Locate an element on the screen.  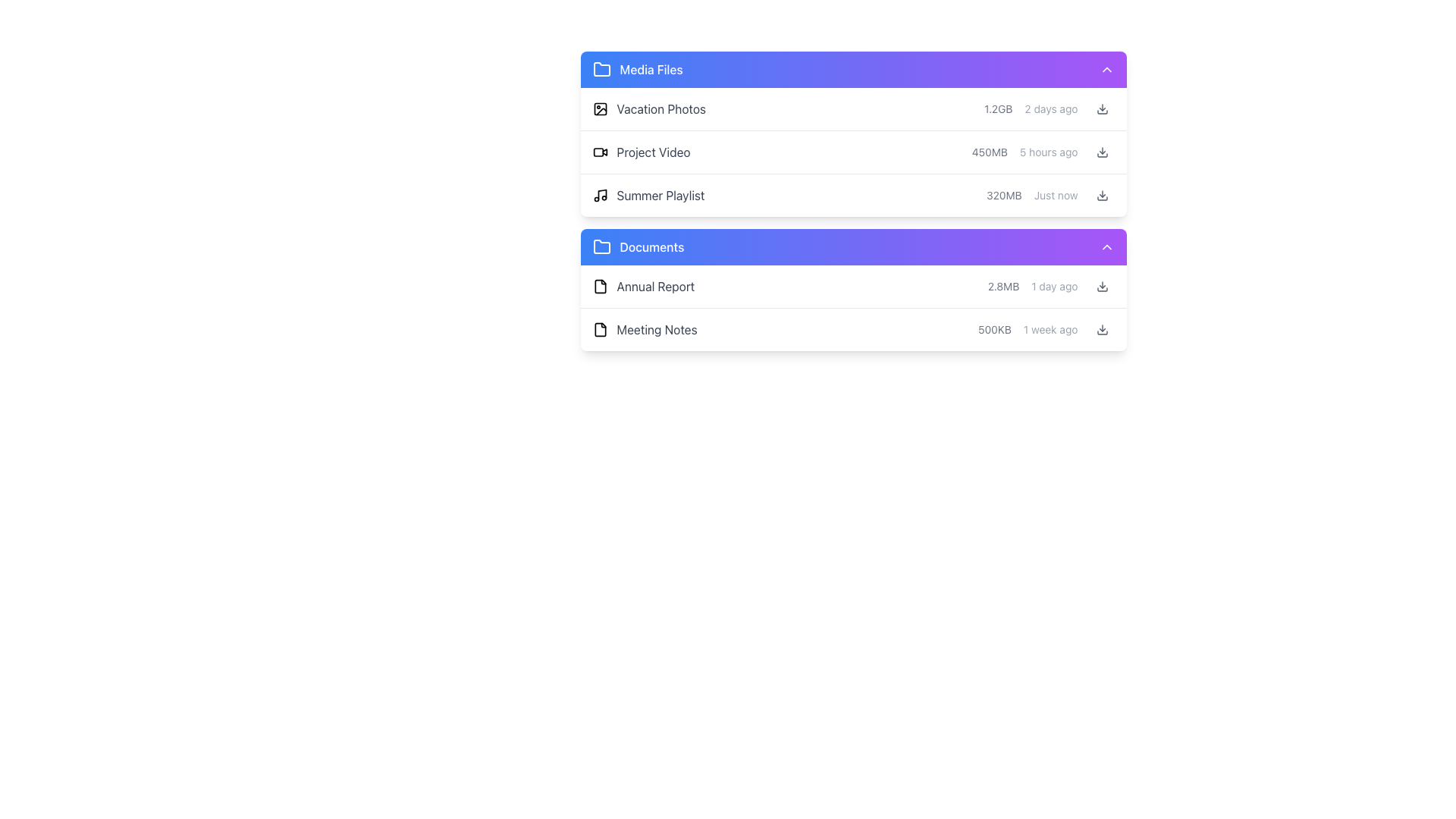
the document icon located to the immediate left of the 'Meeting Notes' text label under the 'Documents' heading is located at coordinates (599, 329).